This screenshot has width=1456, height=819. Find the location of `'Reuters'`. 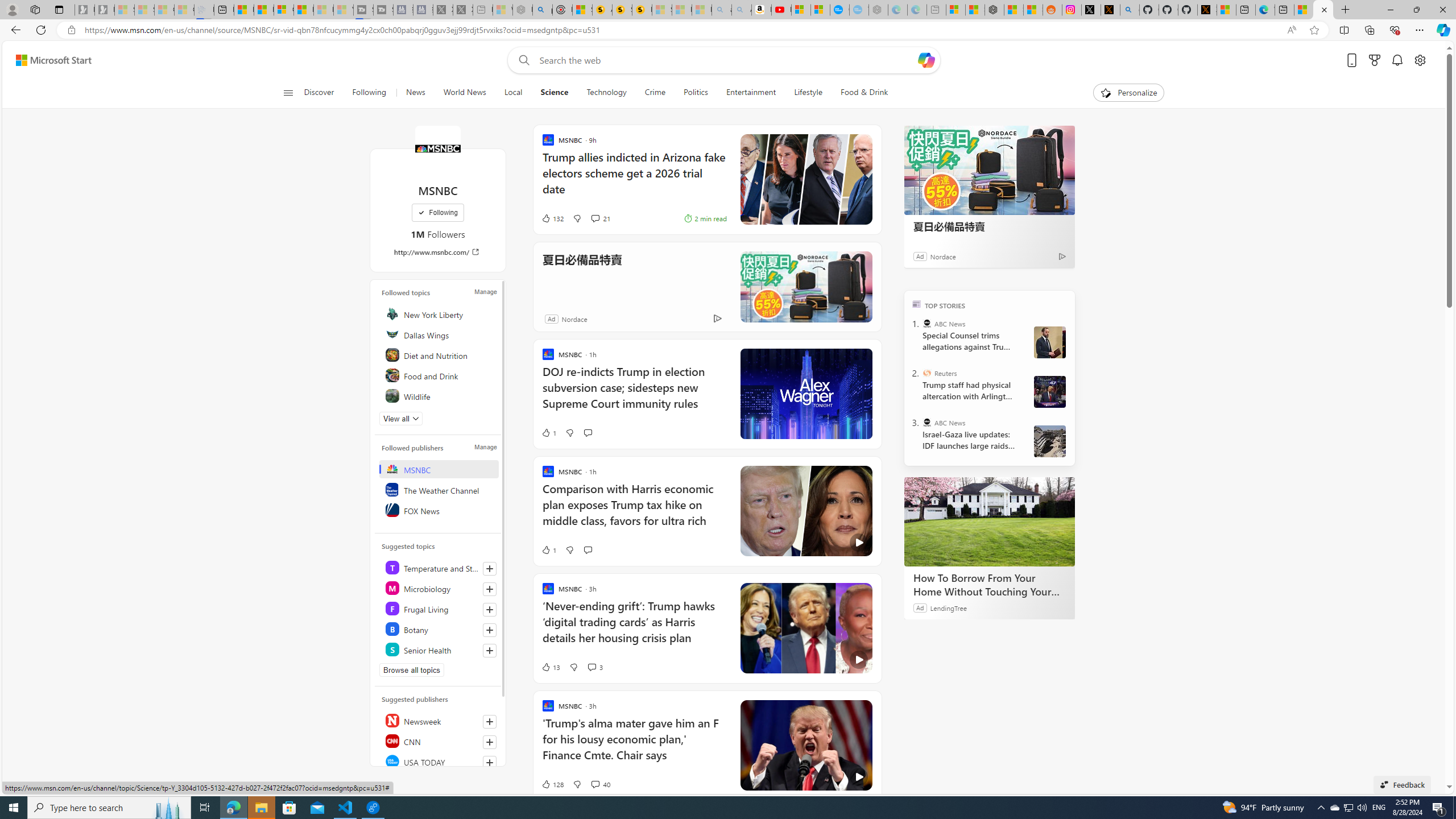

'Reuters' is located at coordinates (927, 372).